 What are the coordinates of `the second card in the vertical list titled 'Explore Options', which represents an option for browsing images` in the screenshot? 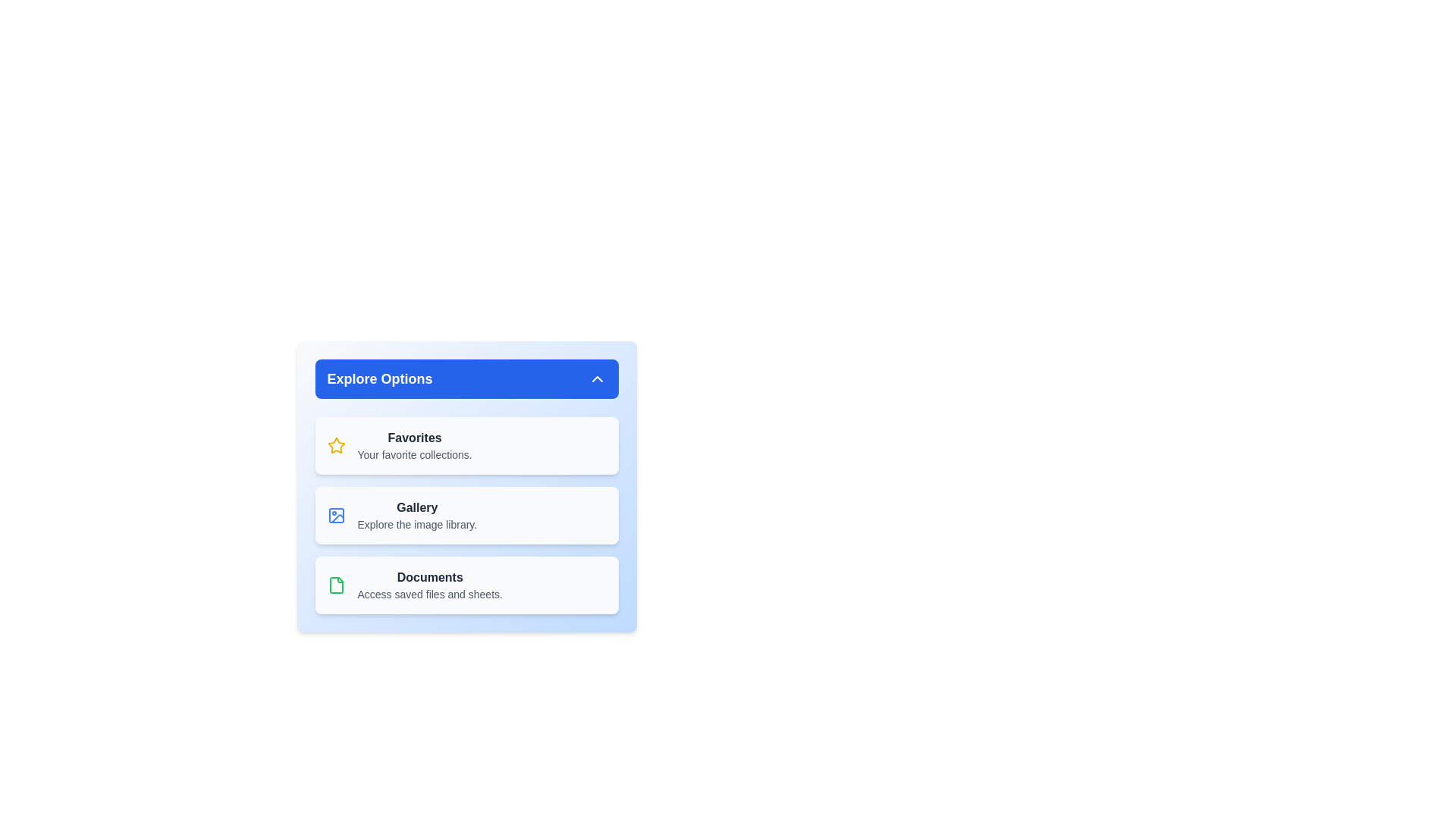 It's located at (417, 514).